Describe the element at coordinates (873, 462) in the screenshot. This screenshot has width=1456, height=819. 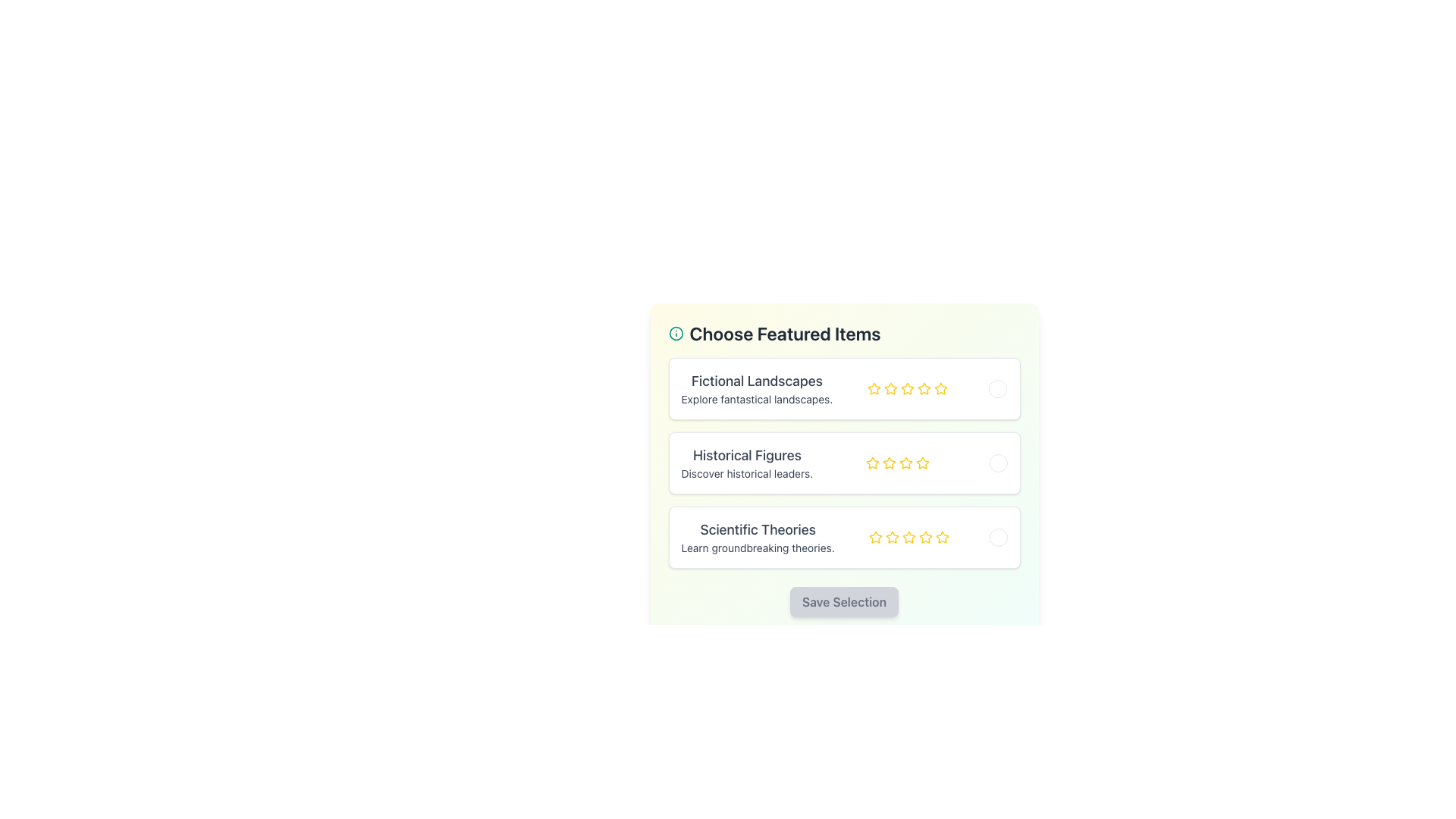
I see `the second yellow star in the rating indicator under the 'Historical Figures' section` at that location.